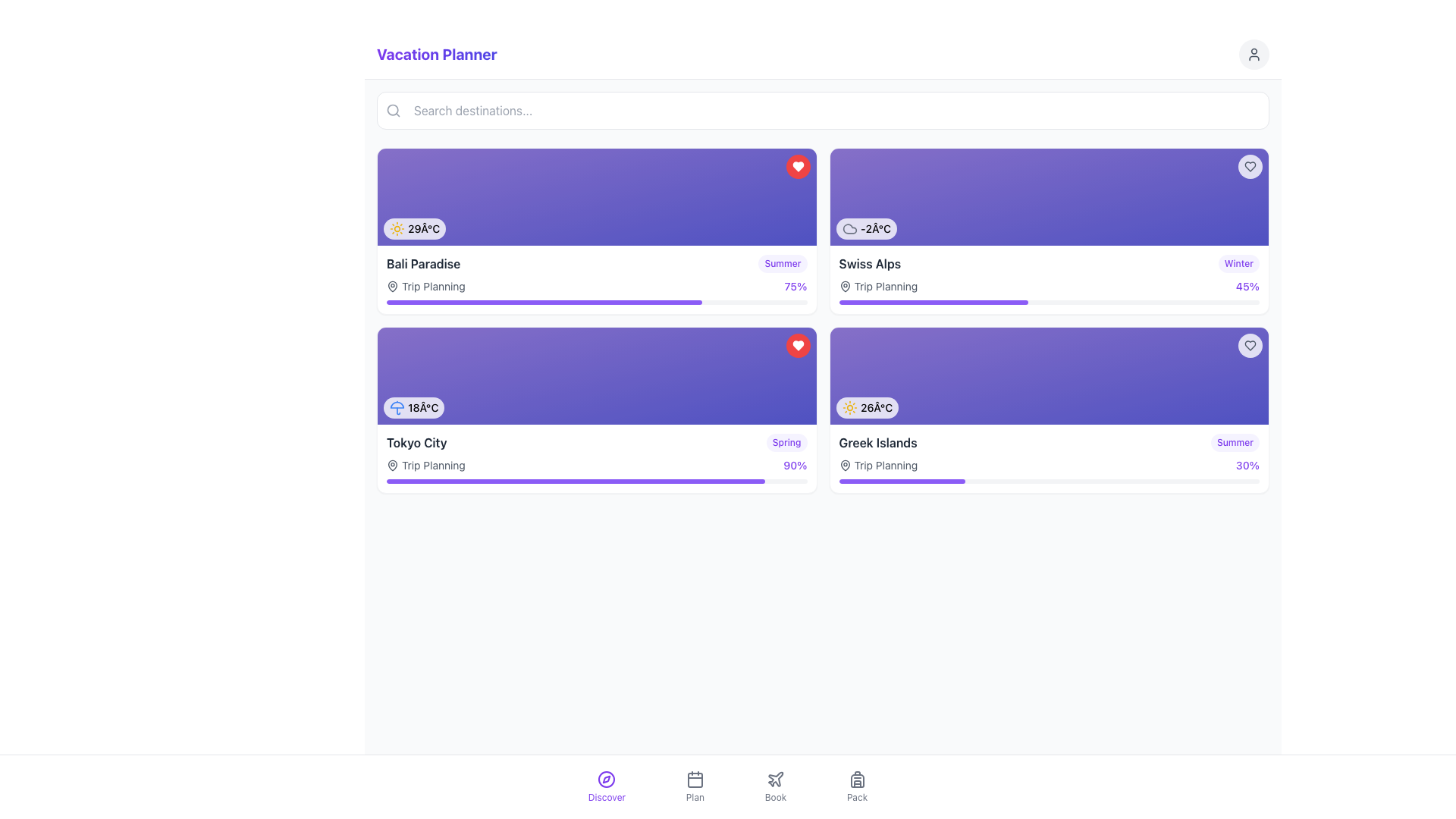 The width and height of the screenshot is (1456, 819). I want to click on the 'Trip Planning' text label with a map-pin icon located under the 'Greek Islands' card in the bottom-right quadrant of the destination cards layout, so click(878, 464).